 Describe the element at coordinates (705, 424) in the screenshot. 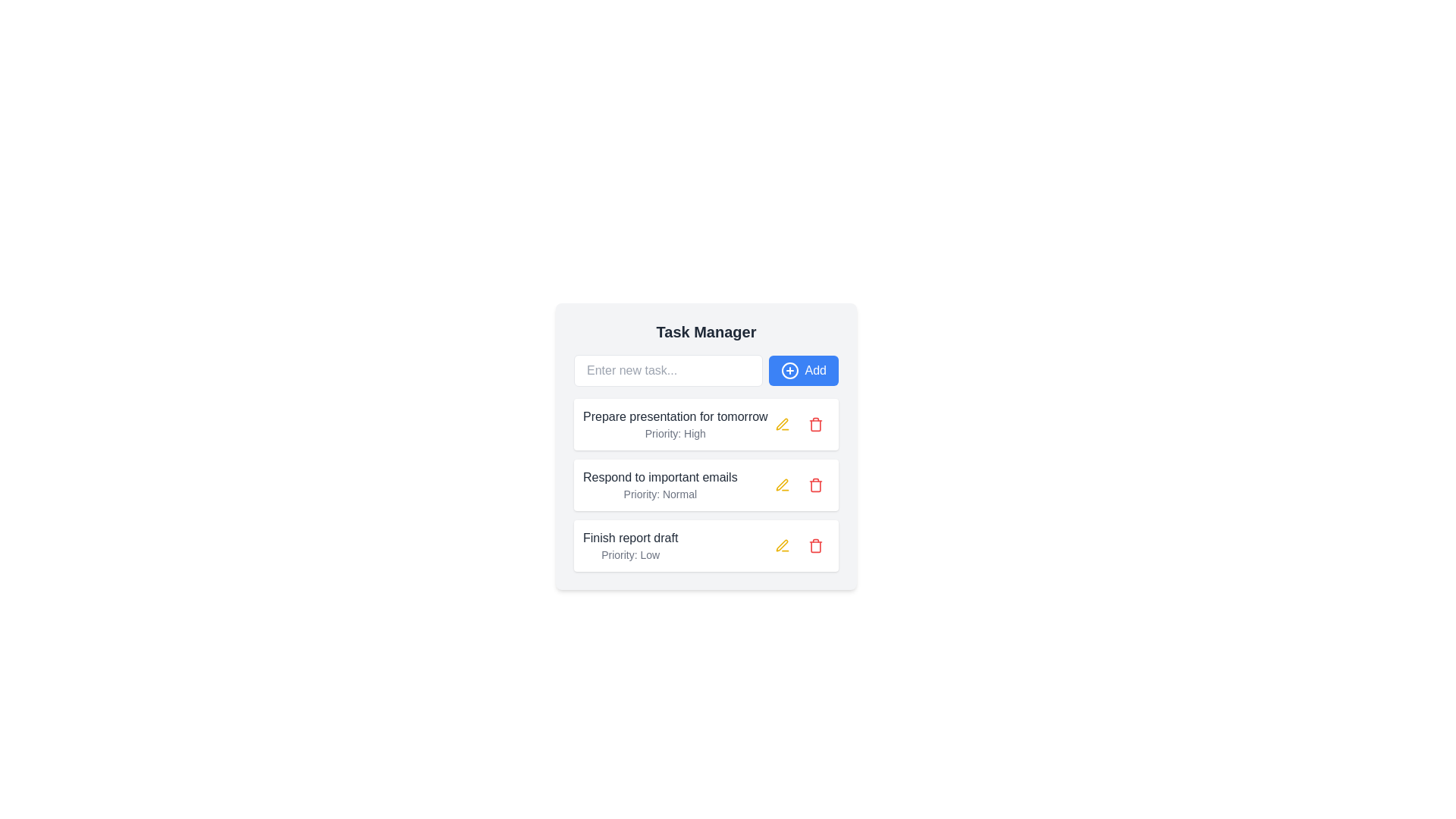

I see `the task card representing a specific task item in the task manager` at that location.